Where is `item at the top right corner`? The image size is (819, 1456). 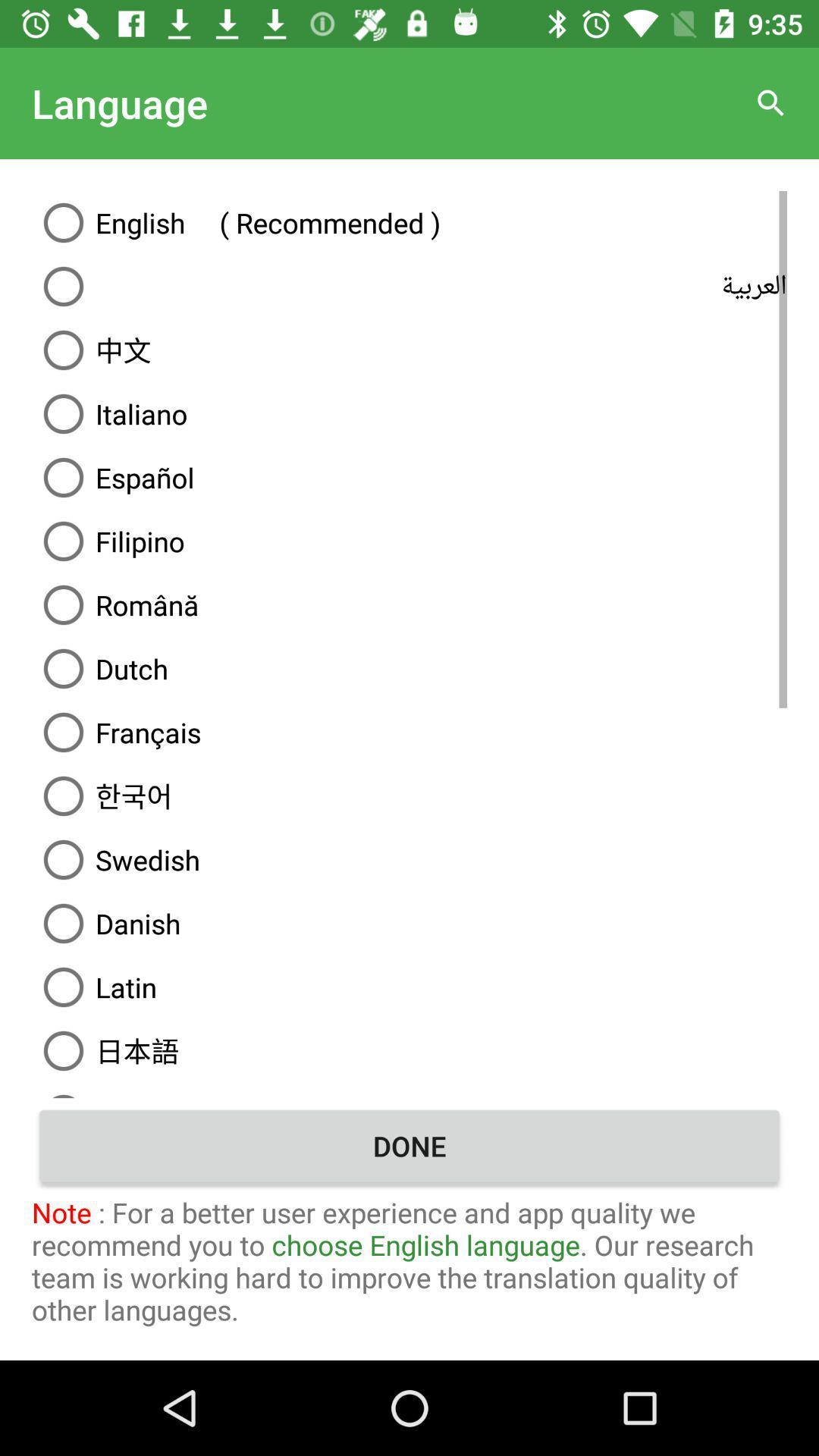 item at the top right corner is located at coordinates (771, 102).